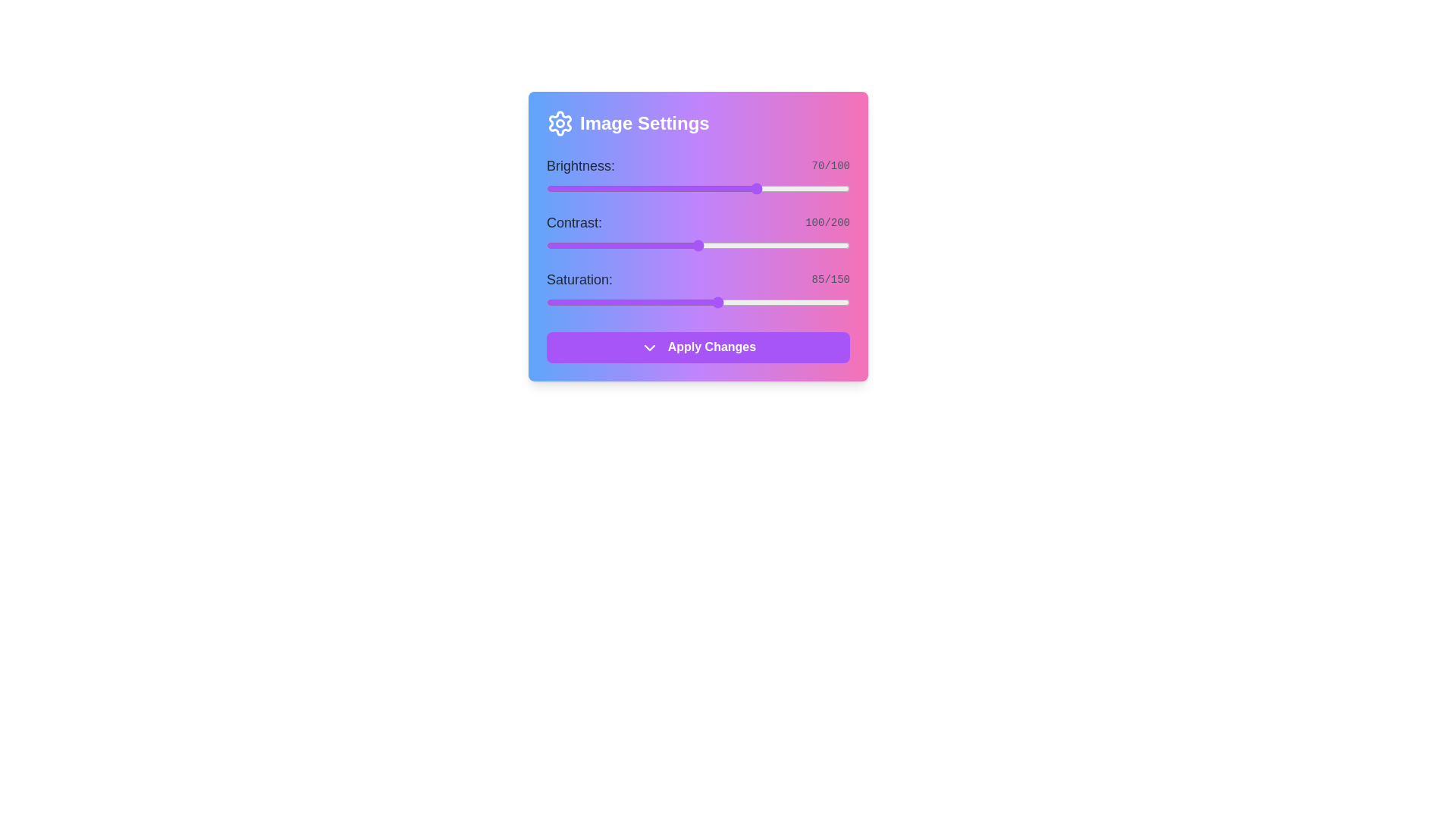 This screenshot has height=819, width=1456. Describe the element at coordinates (841, 302) in the screenshot. I see `the saturation slider to 146 level` at that location.